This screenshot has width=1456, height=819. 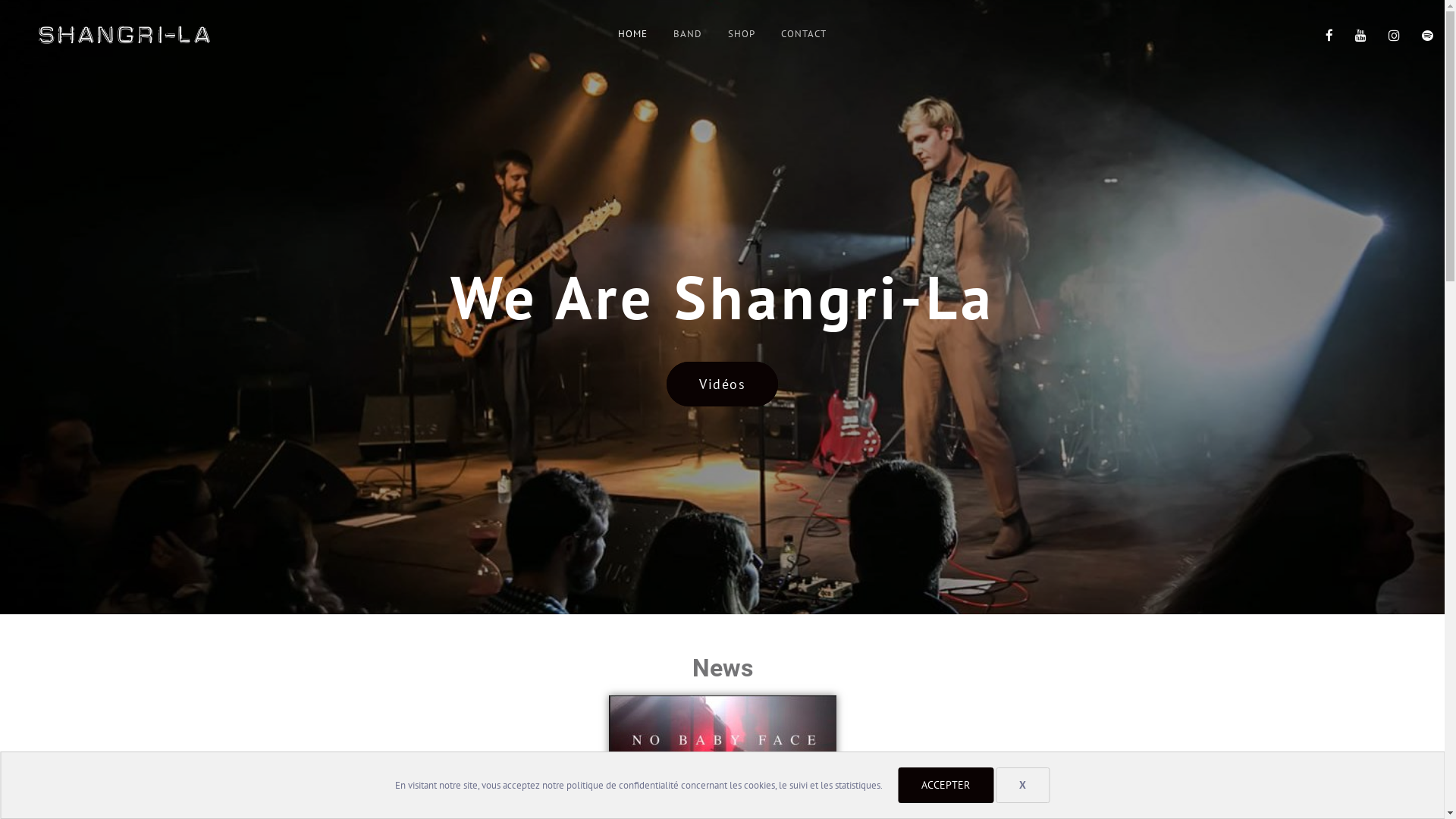 I want to click on 'ACCEPTER', so click(x=945, y=785).